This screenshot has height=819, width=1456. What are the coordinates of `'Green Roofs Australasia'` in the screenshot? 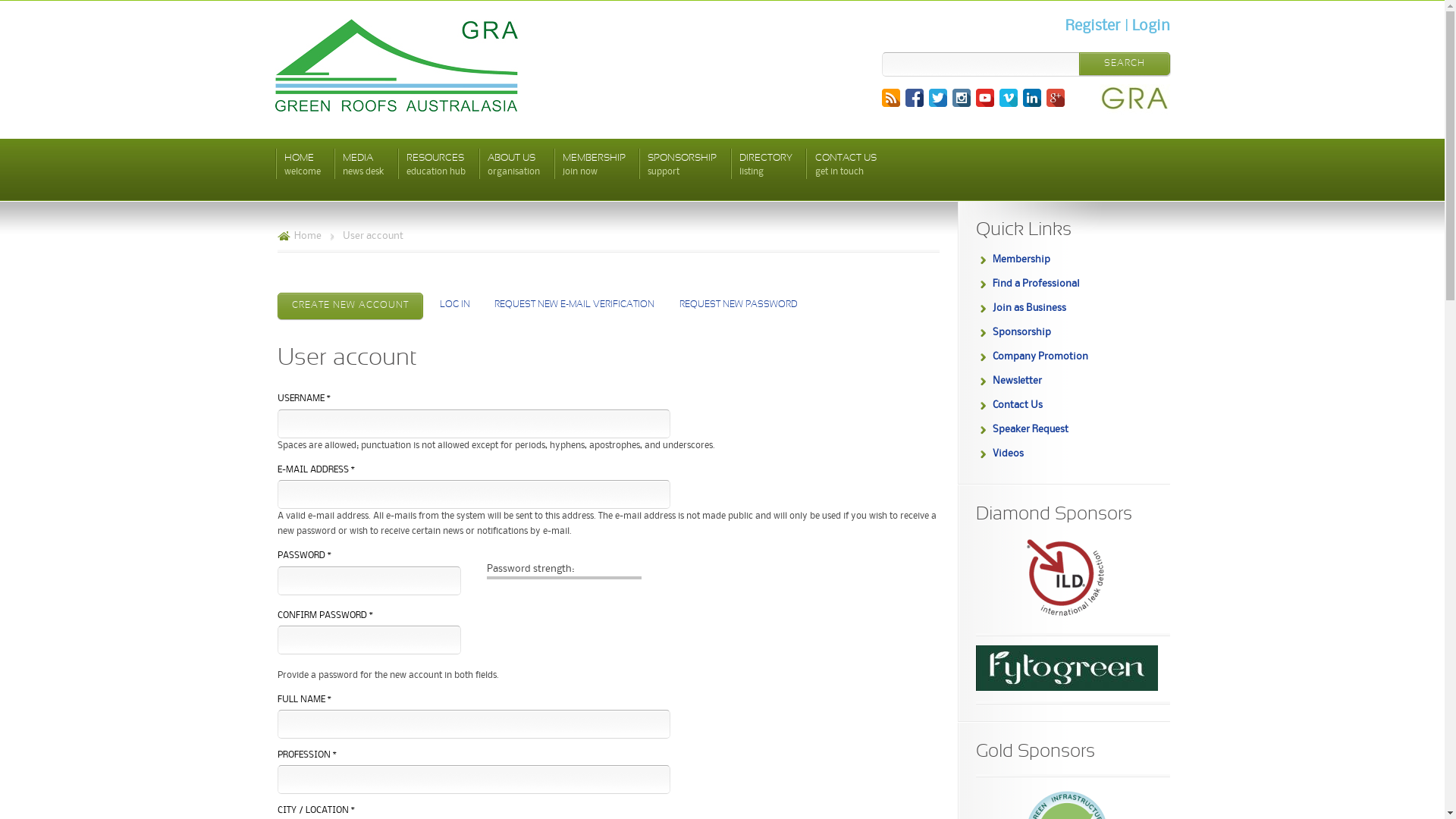 It's located at (397, 107).